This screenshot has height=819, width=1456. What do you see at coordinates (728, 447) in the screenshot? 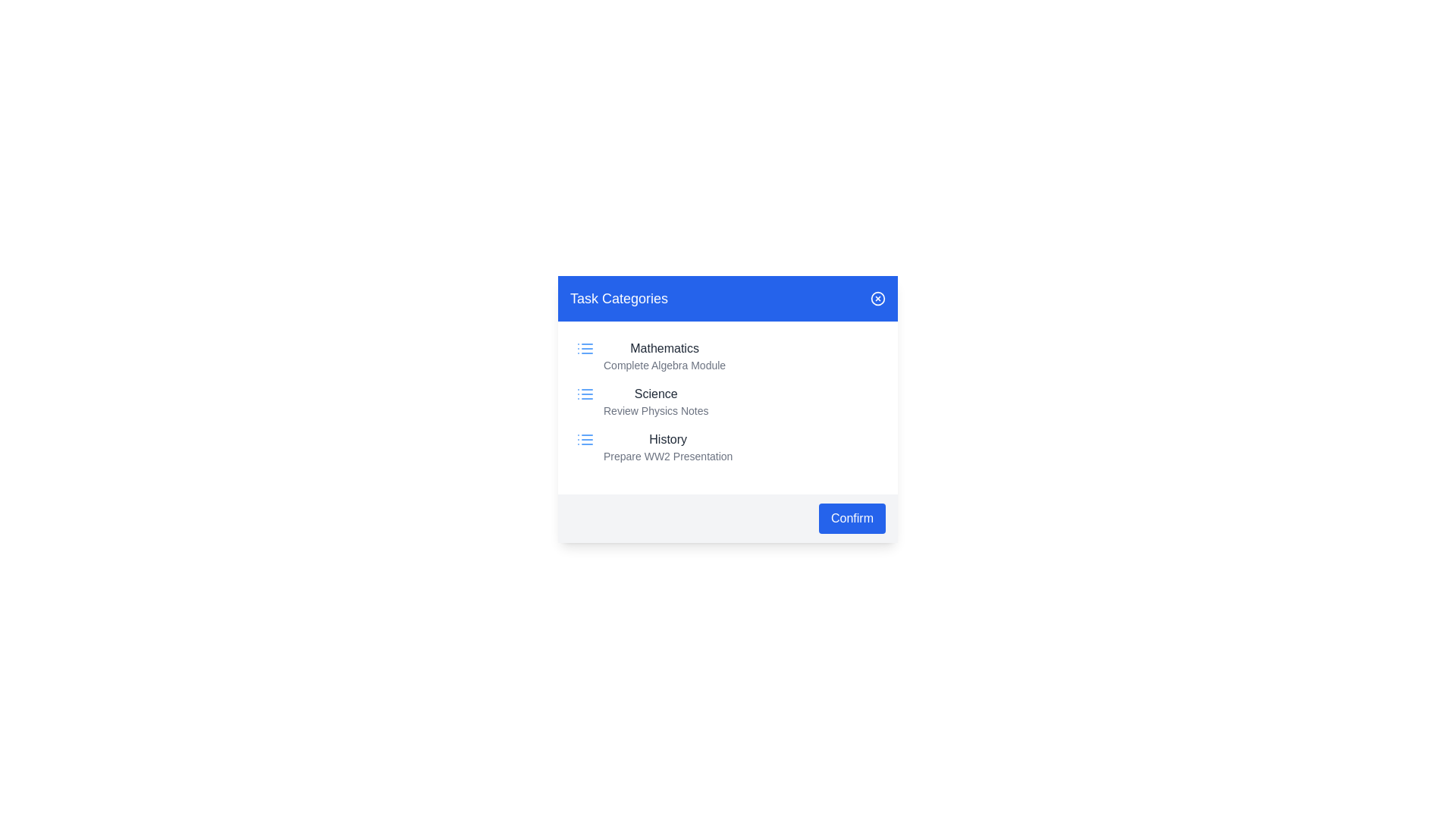
I see `the category item History to highlight it` at bounding box center [728, 447].